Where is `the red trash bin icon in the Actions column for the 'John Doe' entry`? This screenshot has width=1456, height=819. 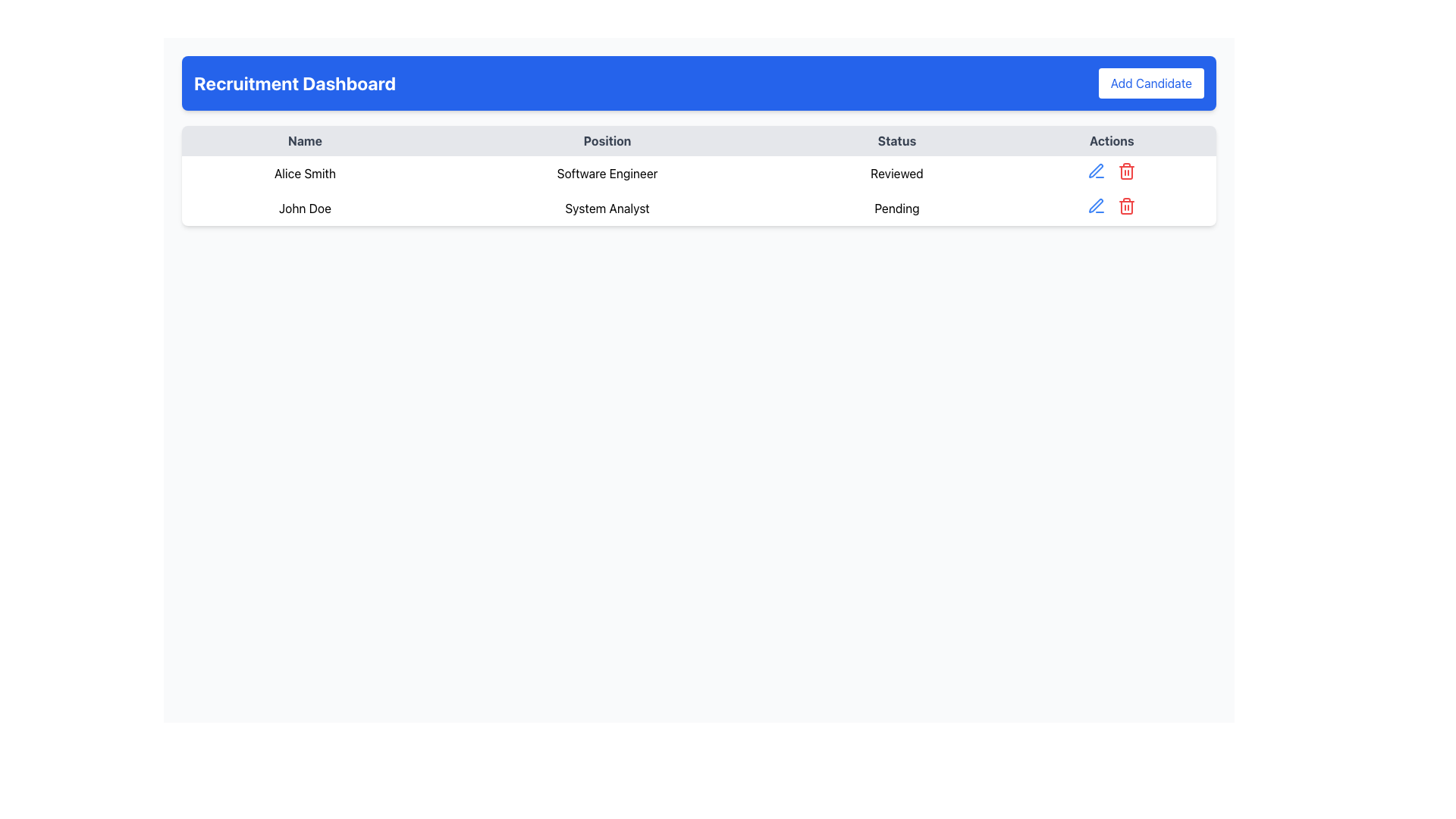
the red trash bin icon in the Actions column for the 'John Doe' entry is located at coordinates (1111, 208).